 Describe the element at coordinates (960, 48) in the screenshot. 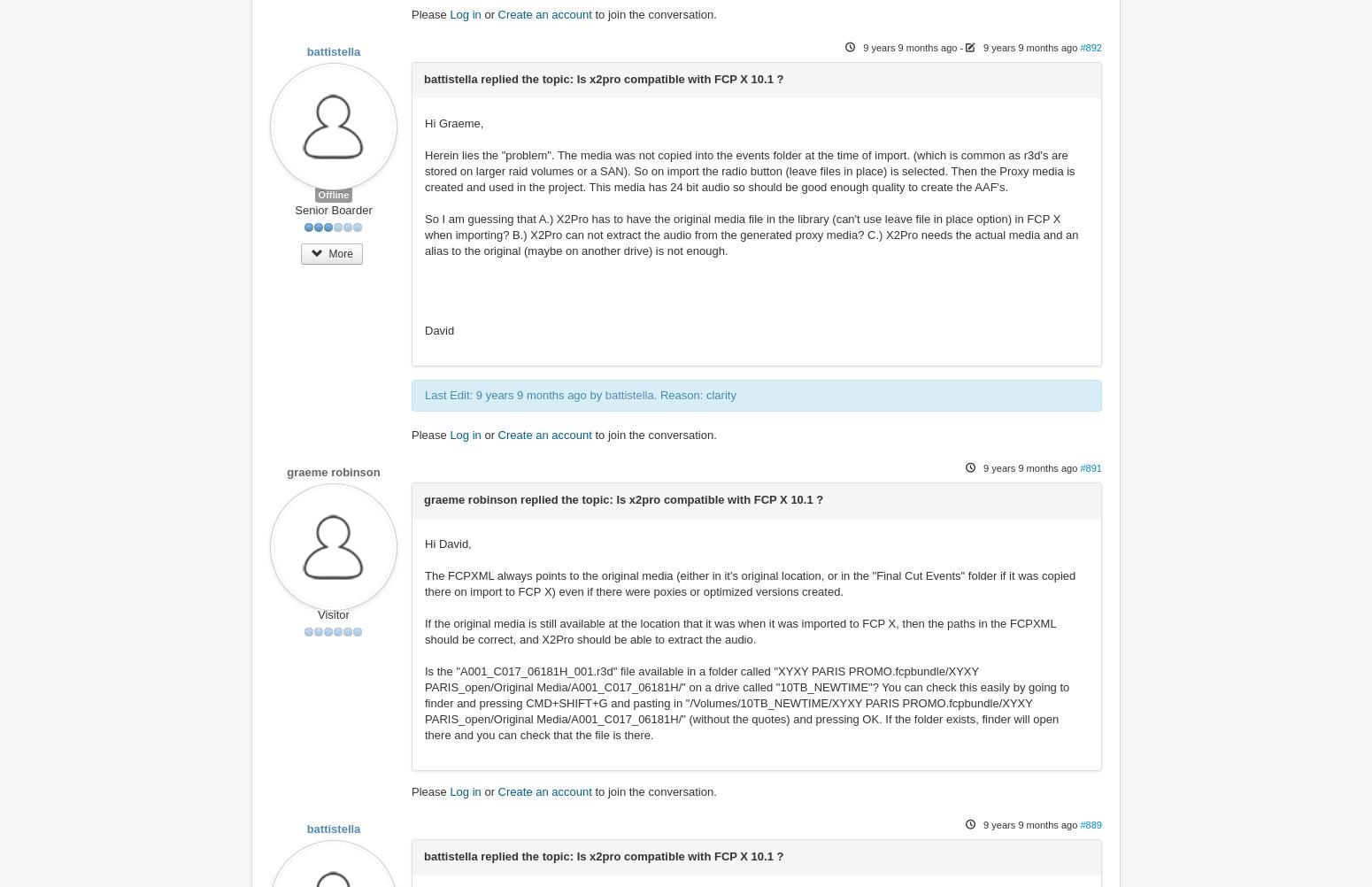

I see `'-'` at that location.